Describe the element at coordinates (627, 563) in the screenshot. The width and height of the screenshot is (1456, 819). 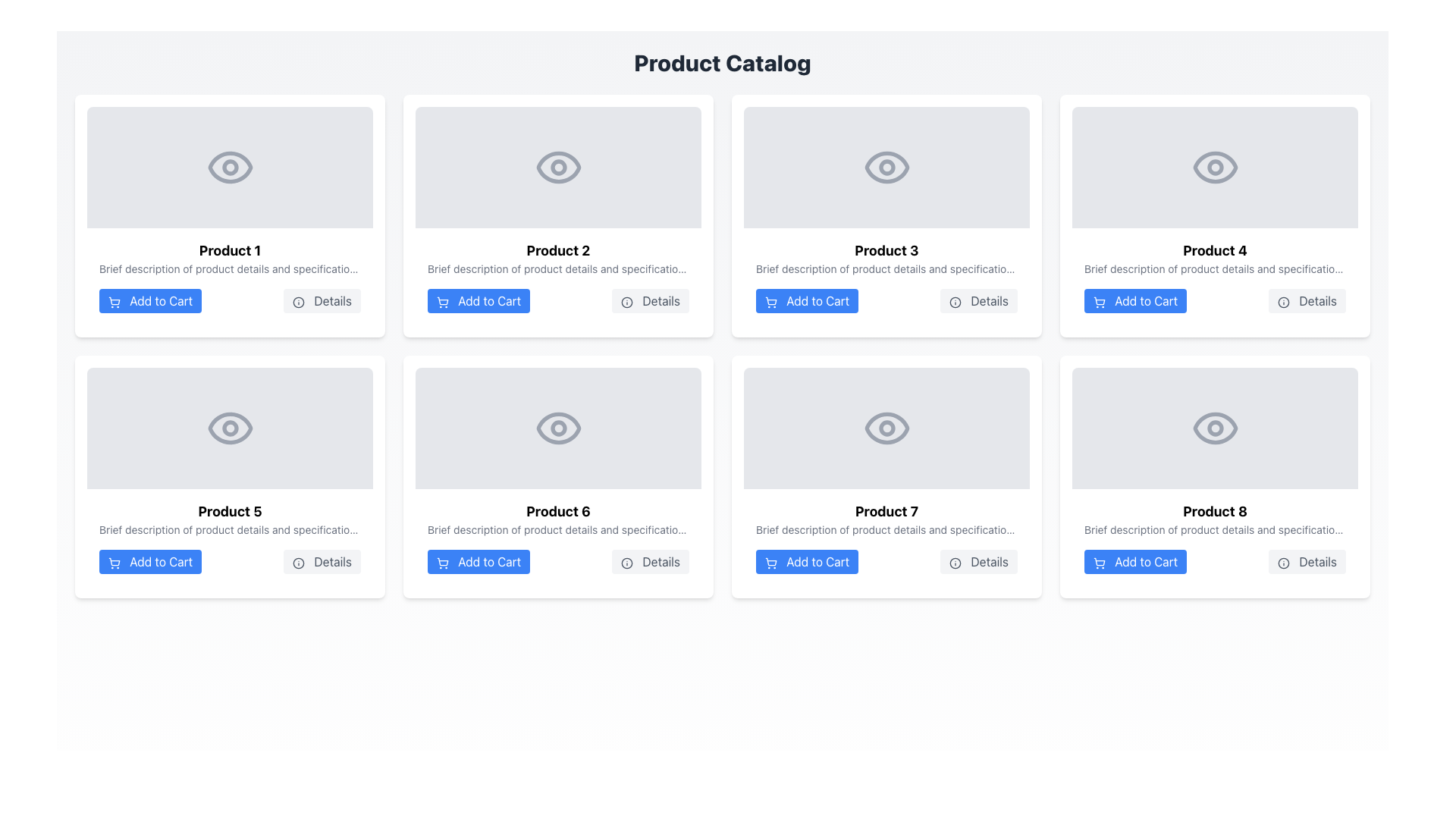
I see `the informational circle icon located within the 'Details' button of the 'Product 6' card` at that location.